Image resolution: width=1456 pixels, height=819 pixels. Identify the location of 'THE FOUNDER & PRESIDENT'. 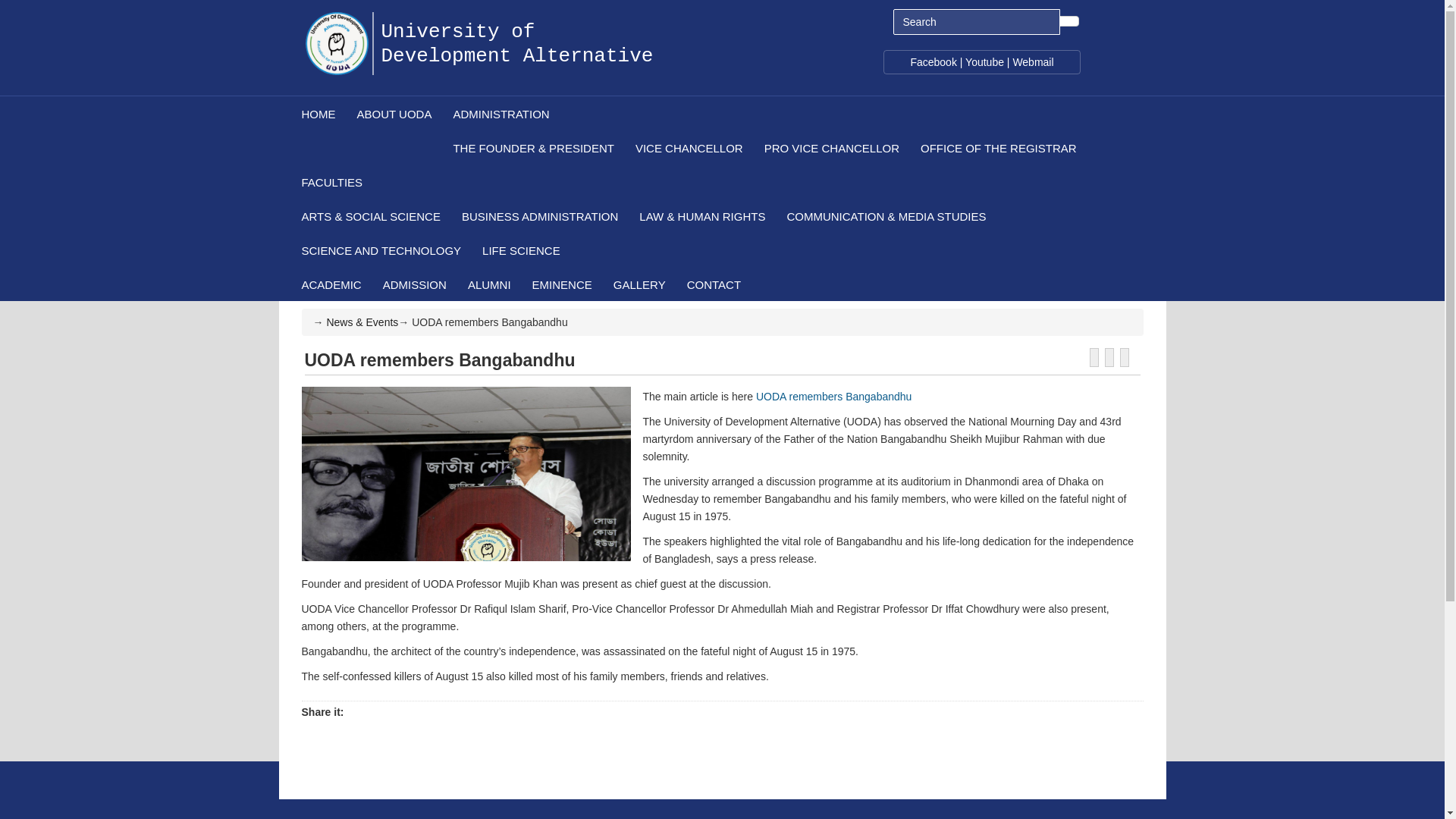
(532, 147).